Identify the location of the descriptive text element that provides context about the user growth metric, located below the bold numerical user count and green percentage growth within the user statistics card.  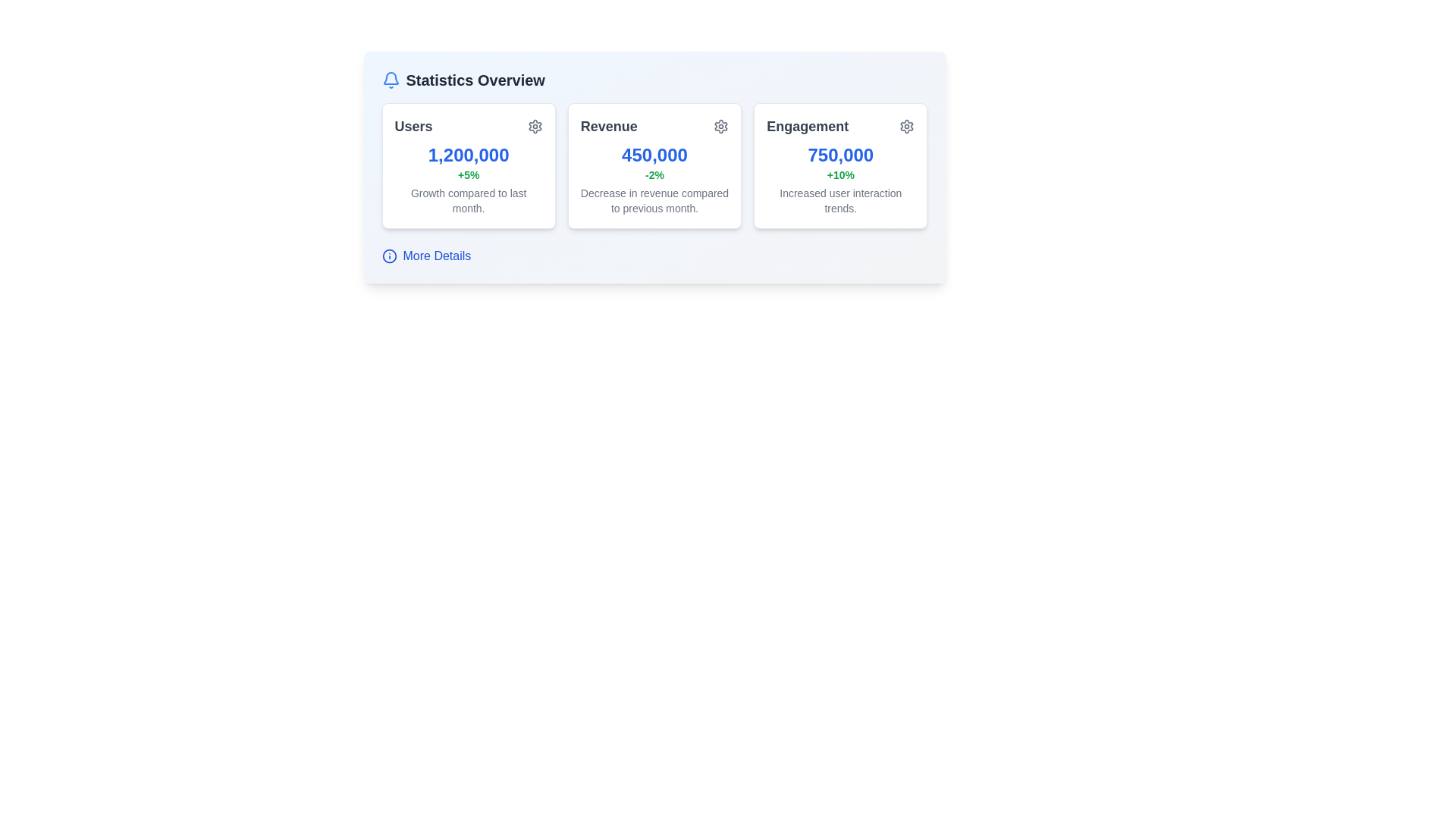
(468, 200).